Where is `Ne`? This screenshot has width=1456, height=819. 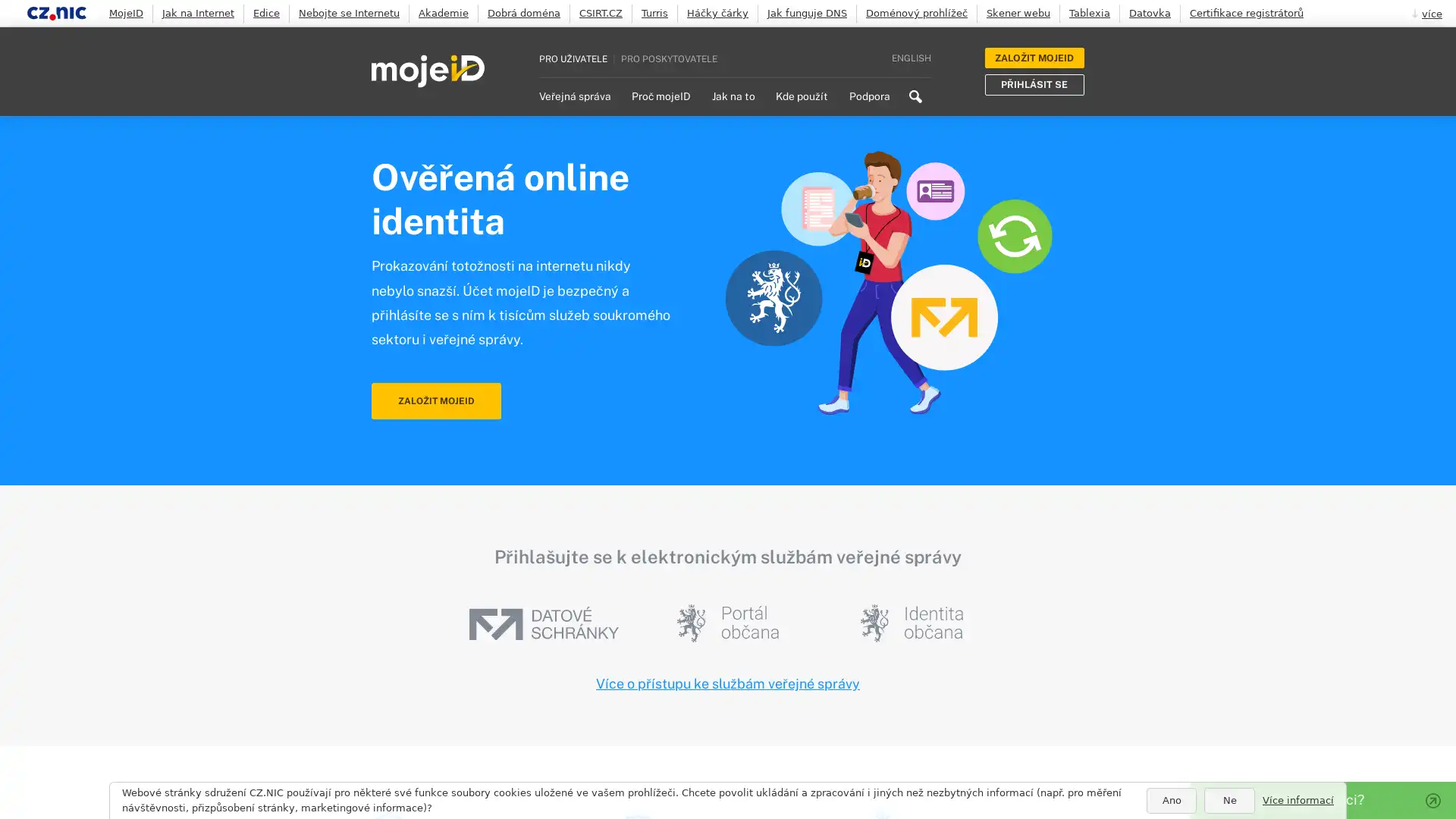 Ne is located at coordinates (1229, 800).